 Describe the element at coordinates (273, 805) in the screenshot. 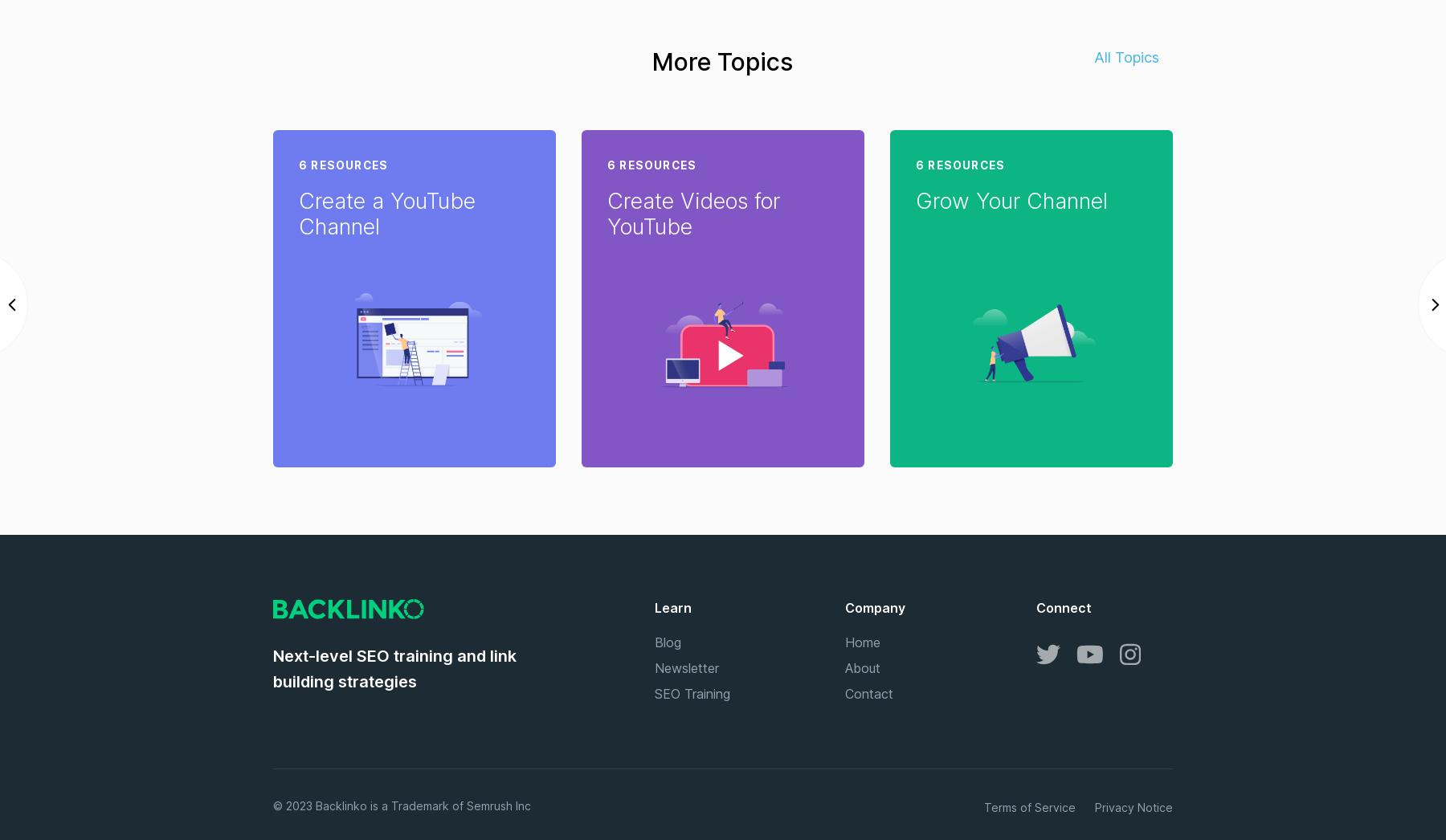

I see `'© 2023 Backlinko is a Trademark of Semrush Inc'` at that location.